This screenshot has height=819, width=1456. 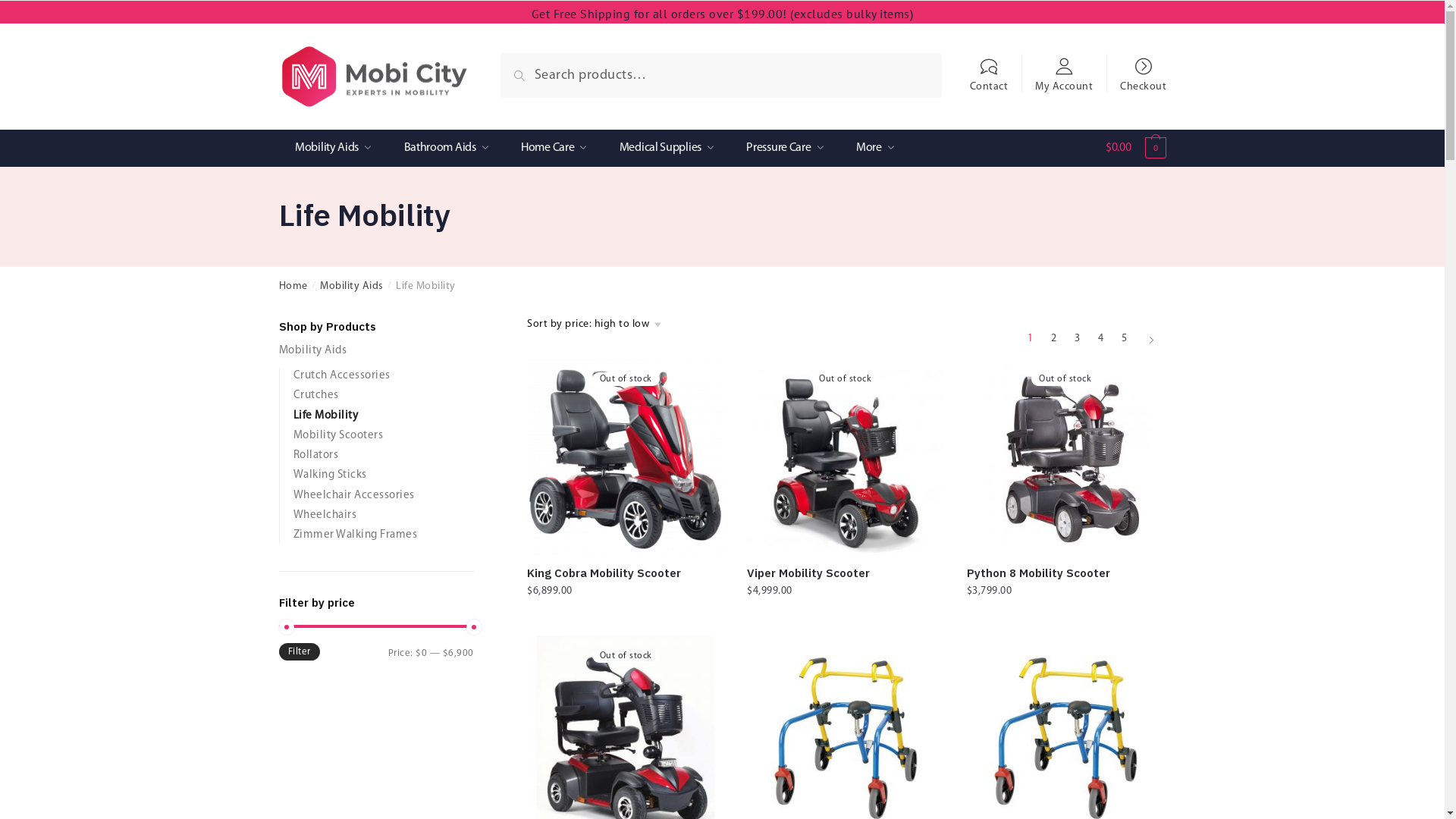 I want to click on 'Life Mobility', so click(x=324, y=416).